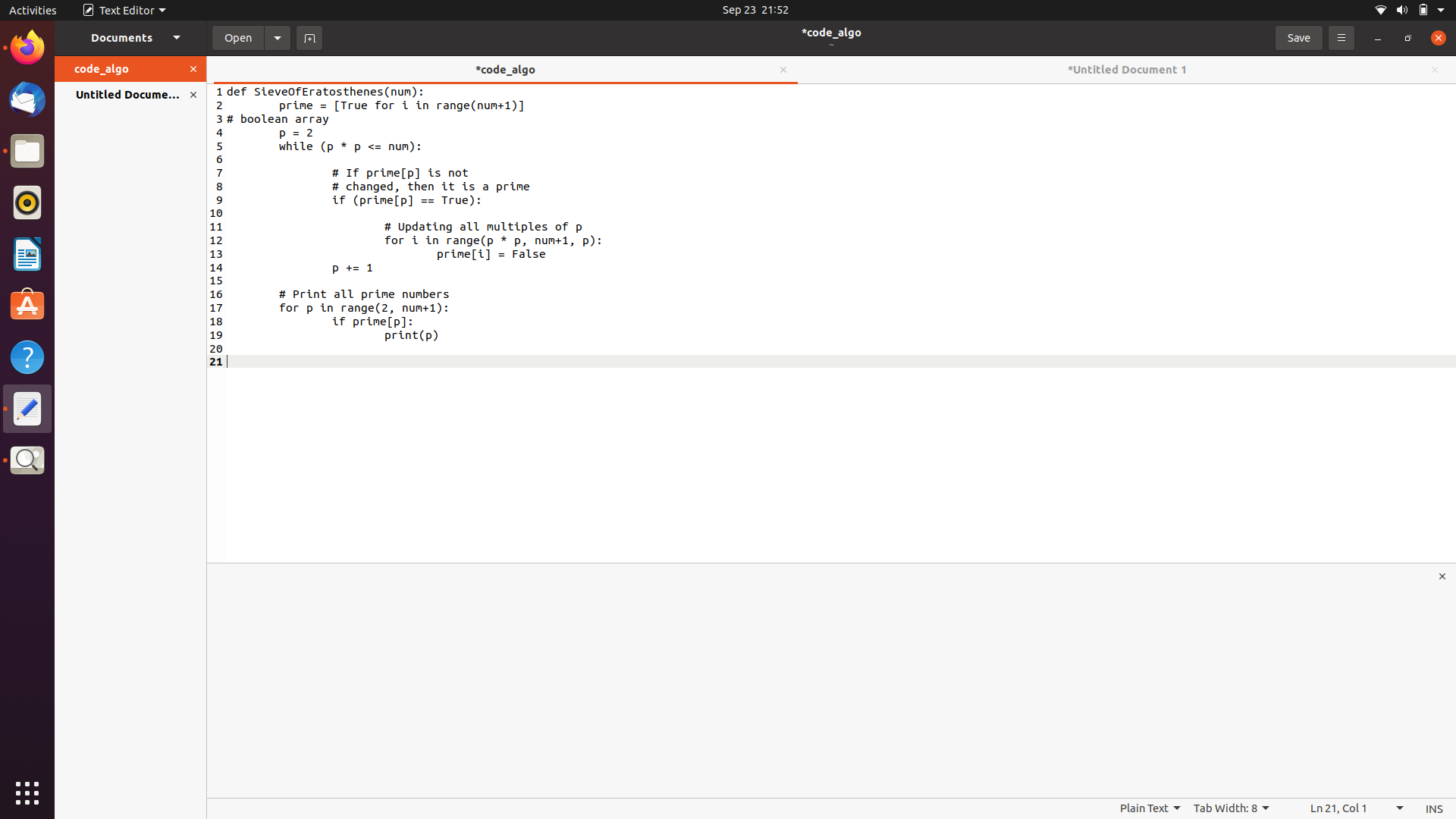  I want to click on Exit the code_algo document from the orange control panel, so click(195, 70).